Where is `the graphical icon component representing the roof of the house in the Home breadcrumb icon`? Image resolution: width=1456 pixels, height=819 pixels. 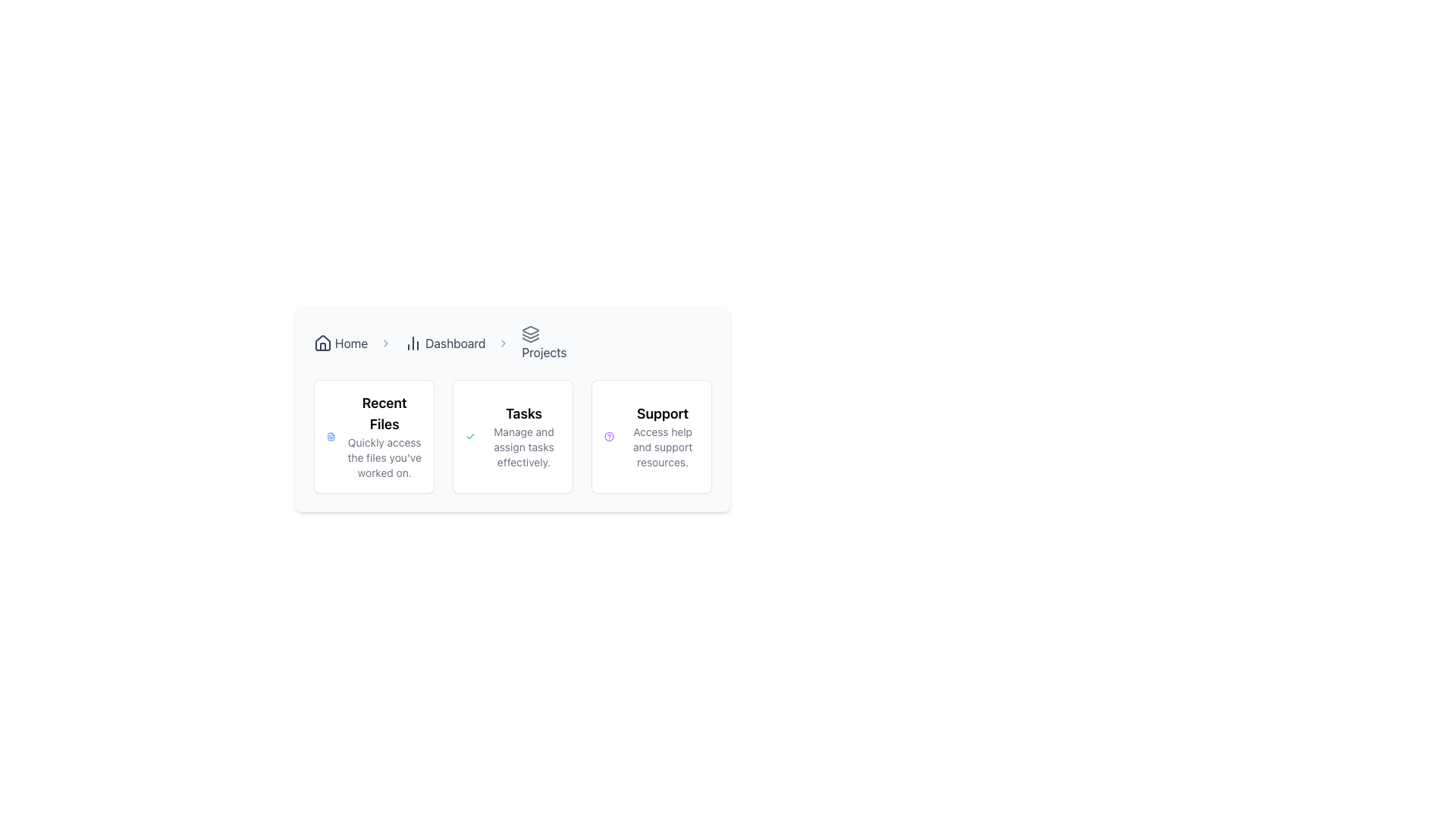
the graphical icon component representing the roof of the house in the Home breadcrumb icon is located at coordinates (322, 342).